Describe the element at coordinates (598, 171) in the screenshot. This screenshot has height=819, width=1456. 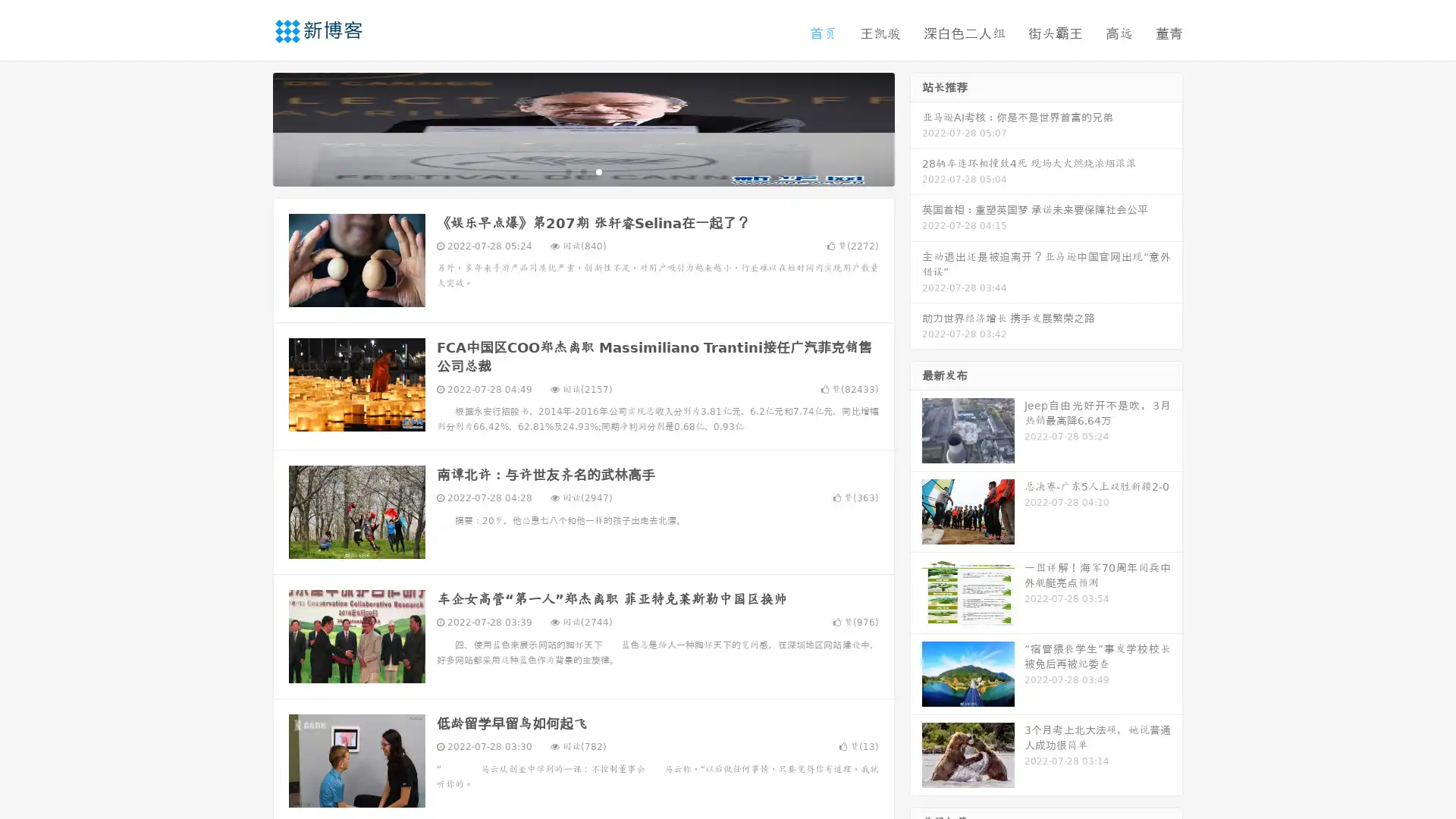
I see `Go to slide 3` at that location.